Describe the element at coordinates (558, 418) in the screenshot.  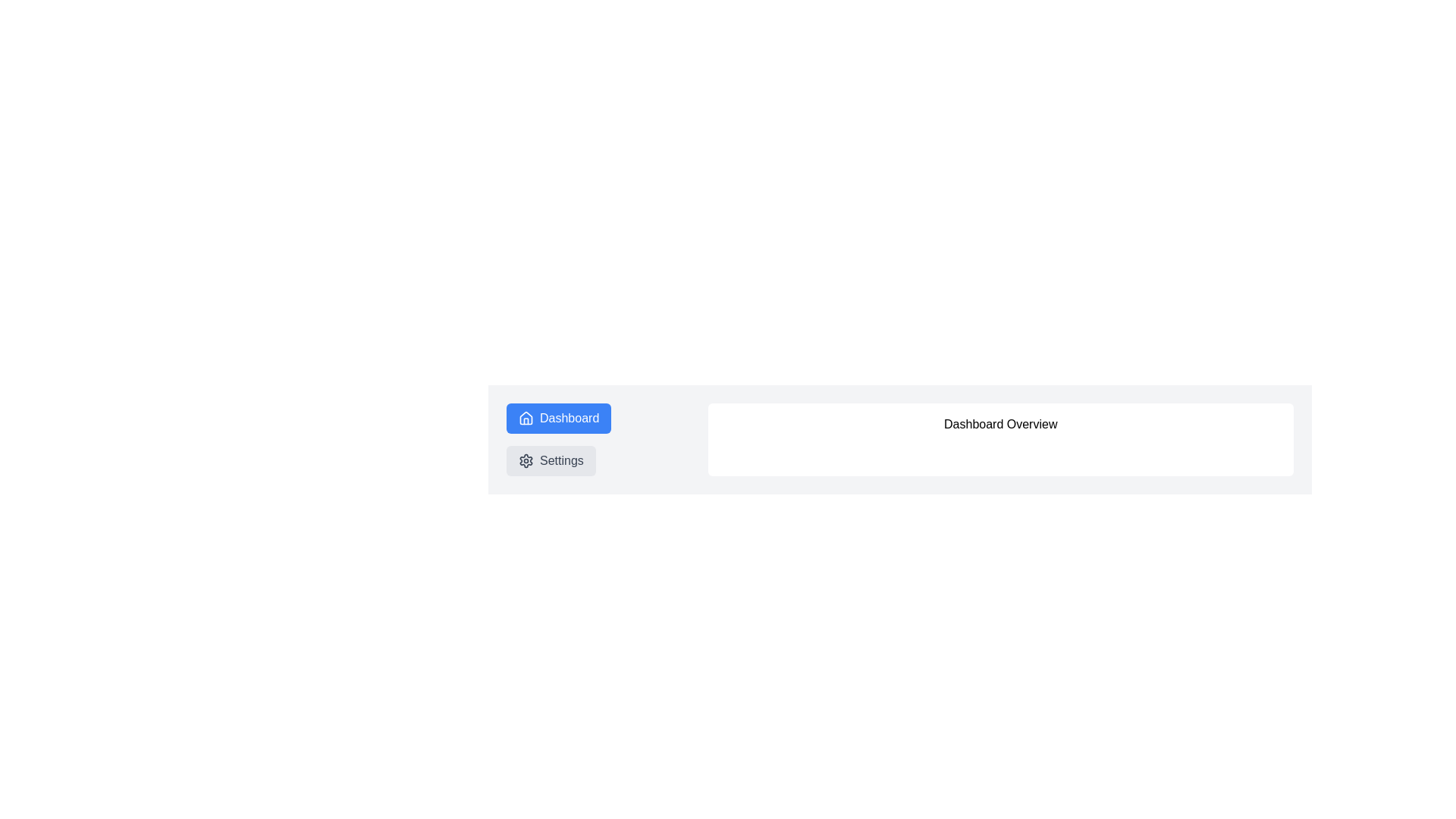
I see `the 'Dashboard' button, which has a house icon on the left and a blue background with white text` at that location.